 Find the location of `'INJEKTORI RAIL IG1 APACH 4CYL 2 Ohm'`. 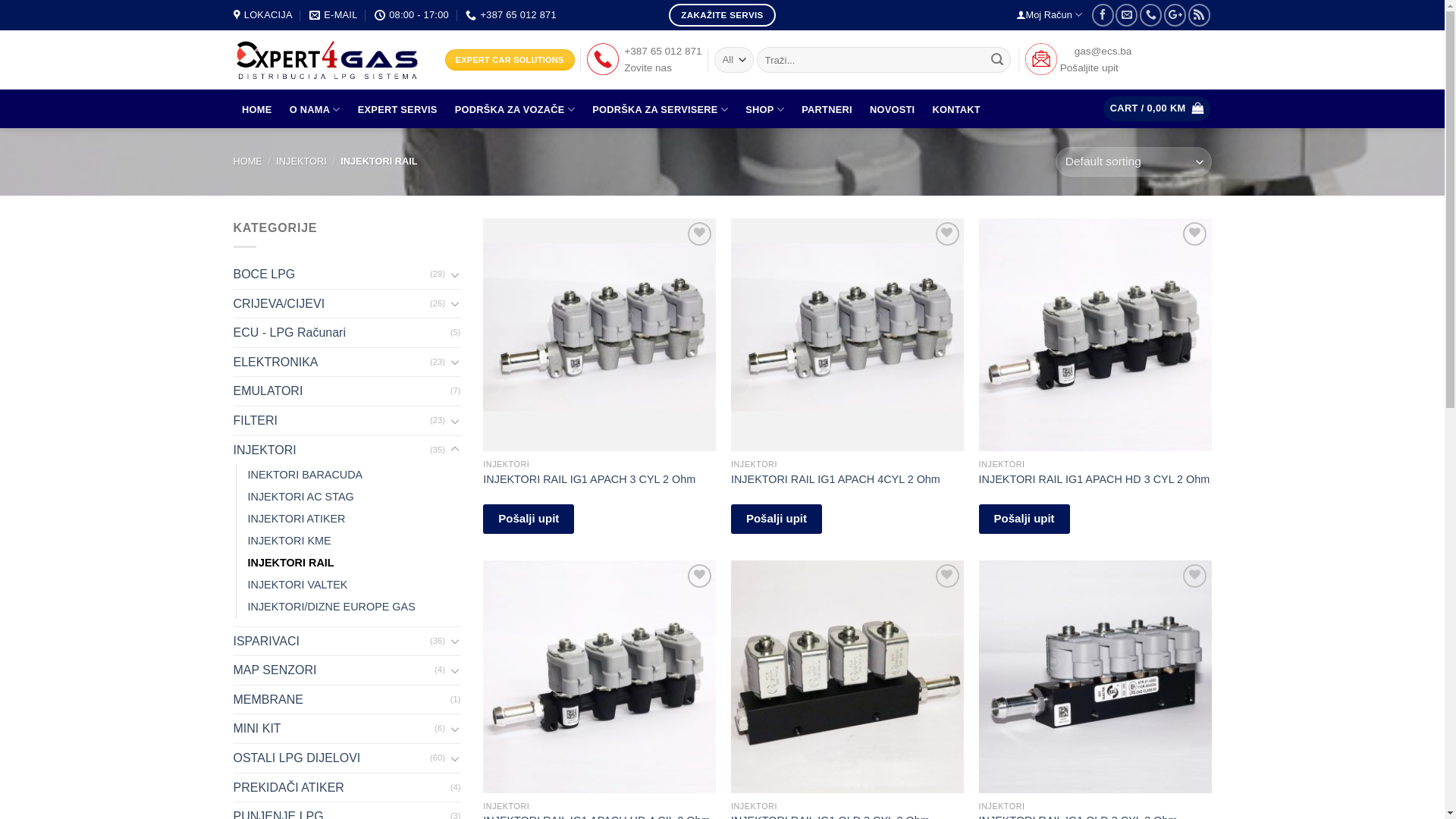

'INJEKTORI RAIL IG1 APACH 4CYL 2 Ohm' is located at coordinates (835, 479).